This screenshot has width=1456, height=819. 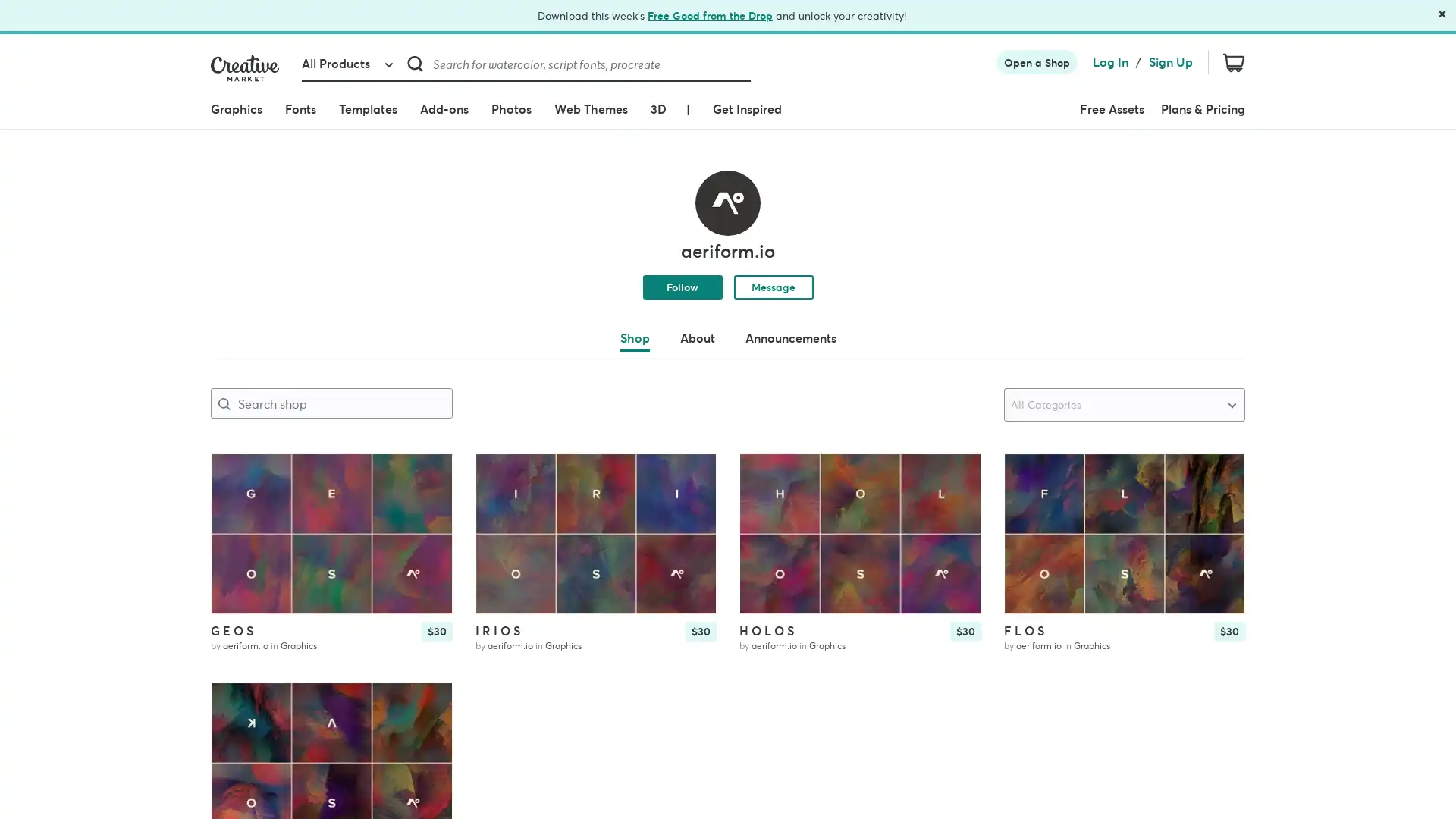 What do you see at coordinates (235, 707) in the screenshot?
I see `Pin to Pinterest` at bounding box center [235, 707].